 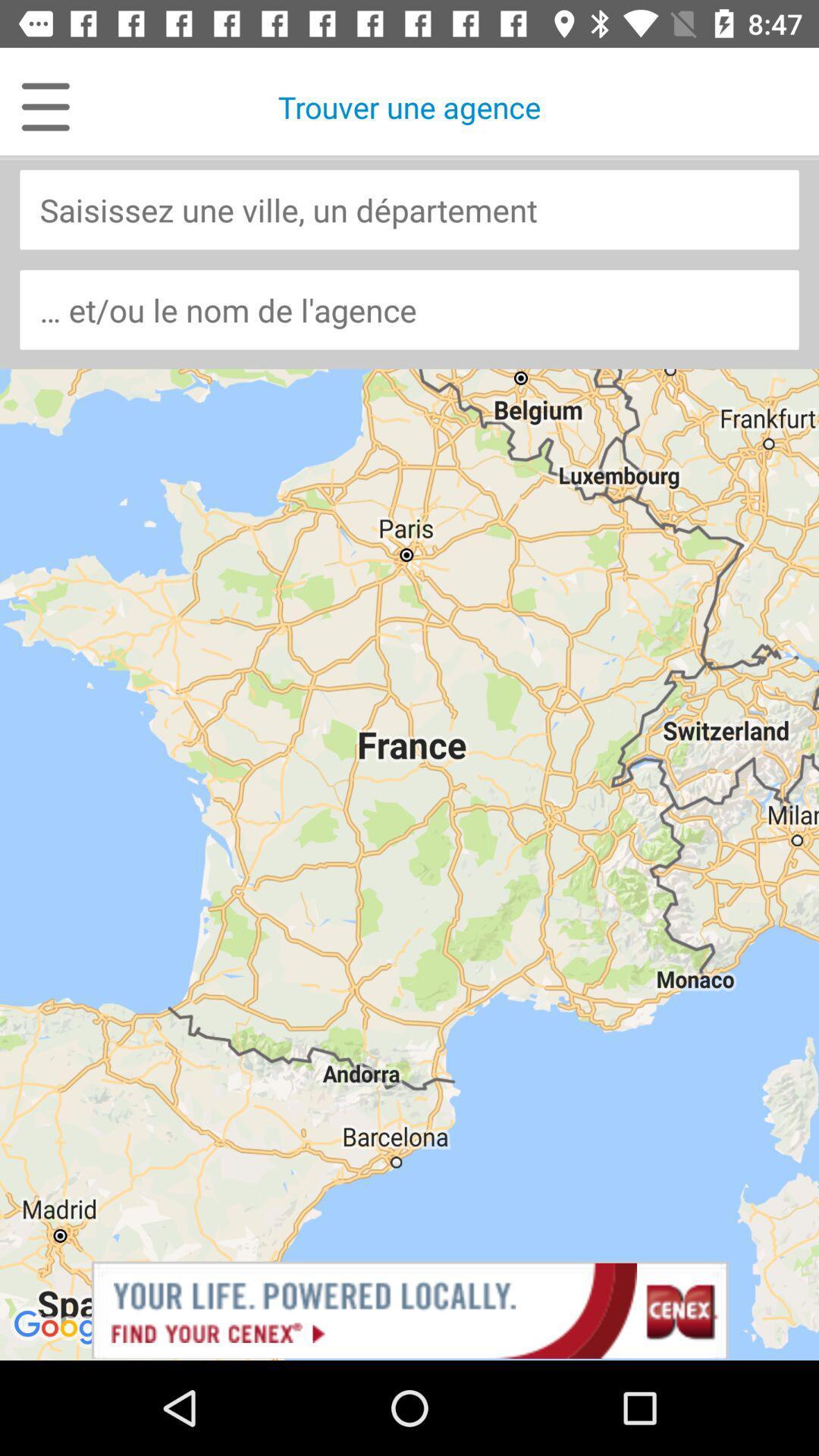 I want to click on location, so click(x=409, y=209).